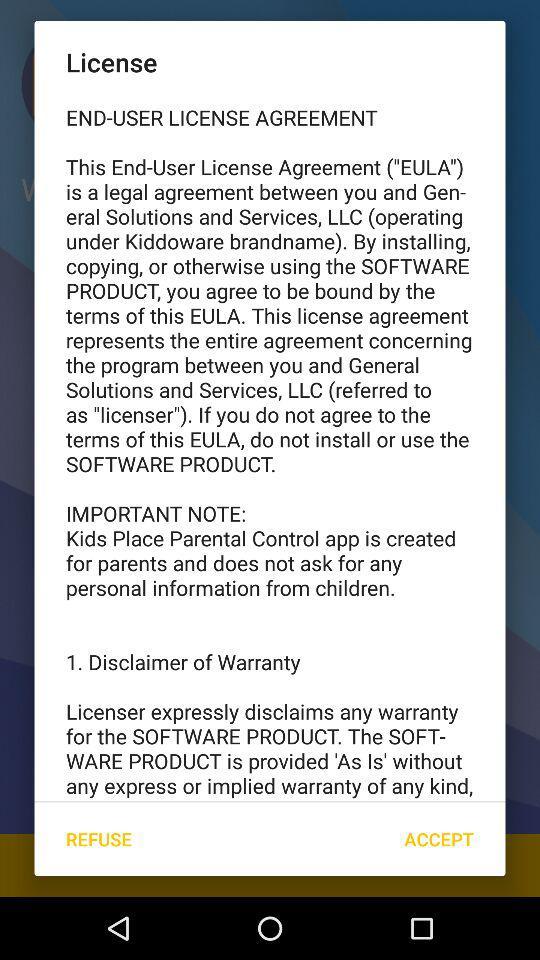  What do you see at coordinates (438, 839) in the screenshot?
I see `the accept` at bounding box center [438, 839].